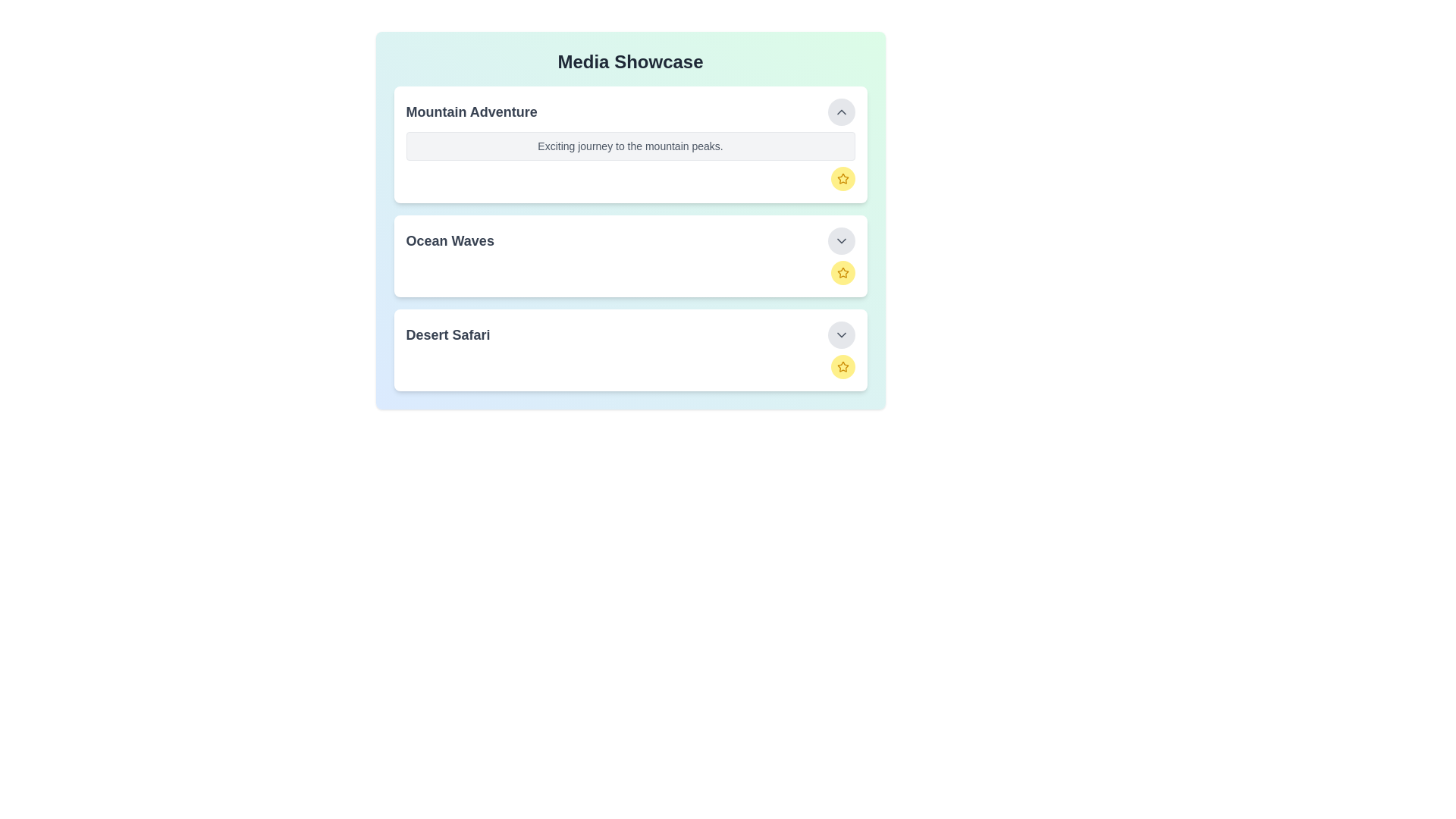  What do you see at coordinates (842, 366) in the screenshot?
I see `favorite button for the item titled 'Desert Safari'` at bounding box center [842, 366].